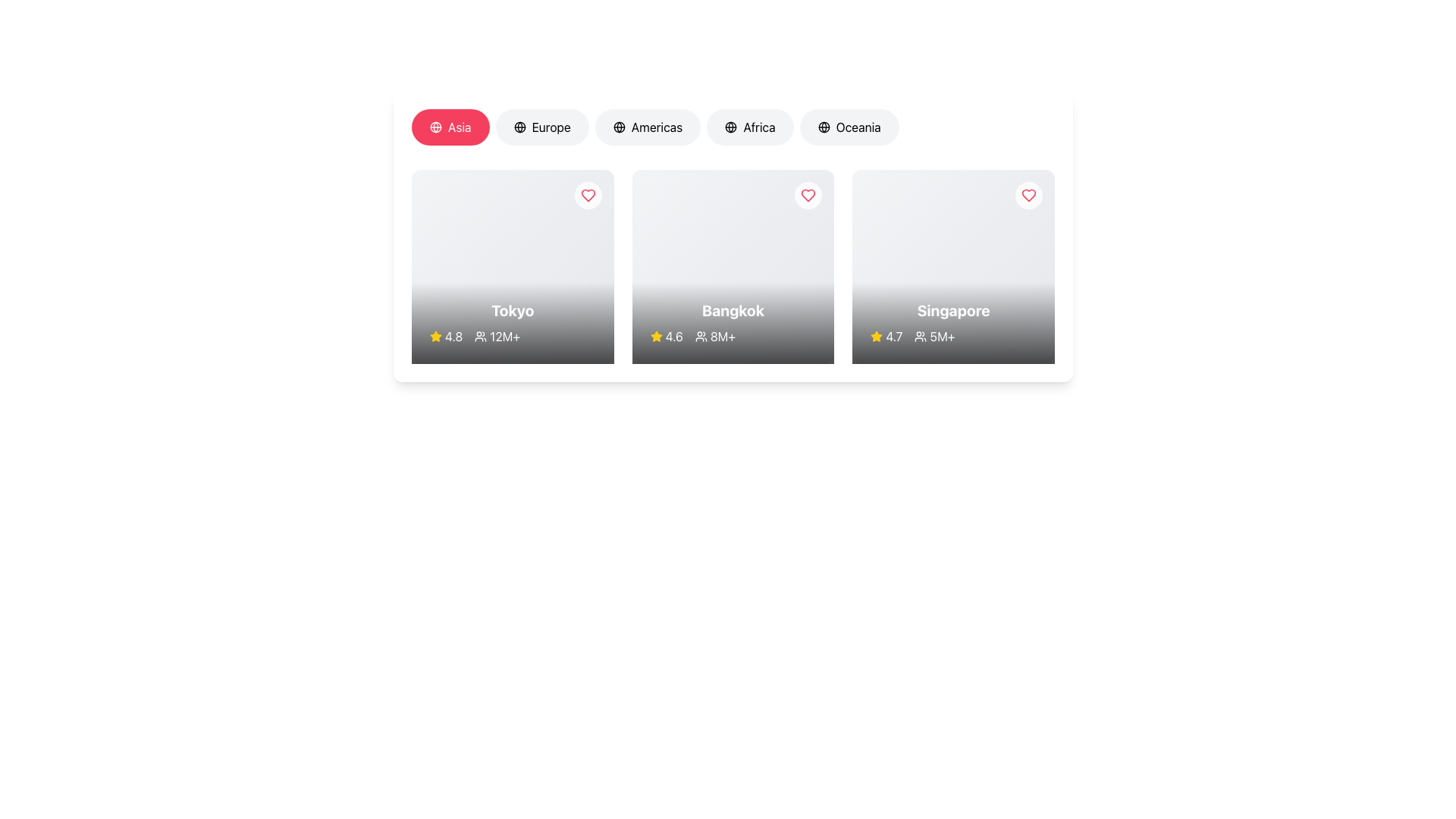 The width and height of the screenshot is (1456, 819). I want to click on the Text Label with Icon that displays the user count statistic for the third card from the left in the row, positioned to the right of the user icon, so click(934, 335).